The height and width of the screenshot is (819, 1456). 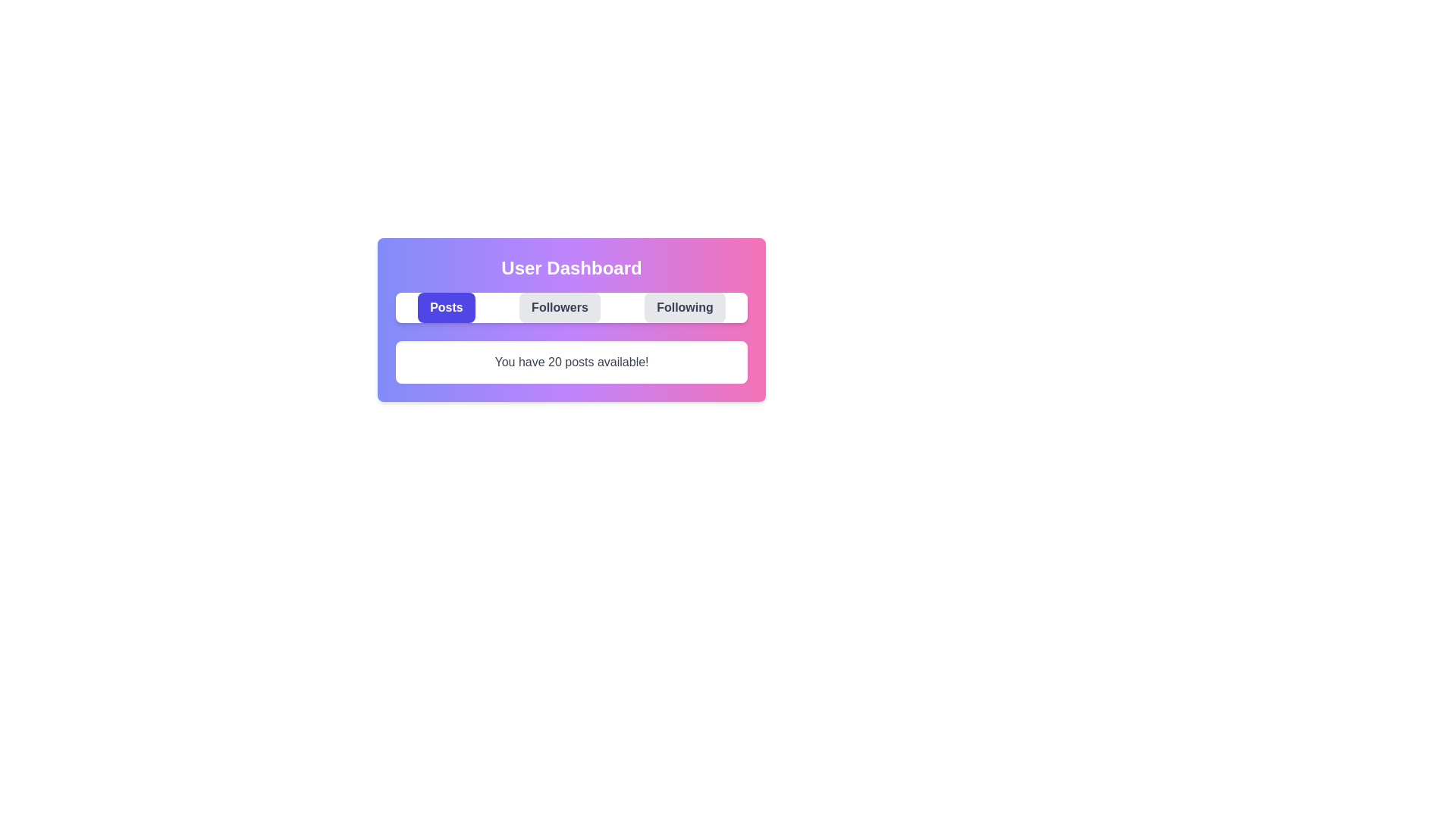 What do you see at coordinates (684, 307) in the screenshot?
I see `the third button to the right of 'Followers' in the horizontal grouping of buttons below the 'User Dashboard' section` at bounding box center [684, 307].